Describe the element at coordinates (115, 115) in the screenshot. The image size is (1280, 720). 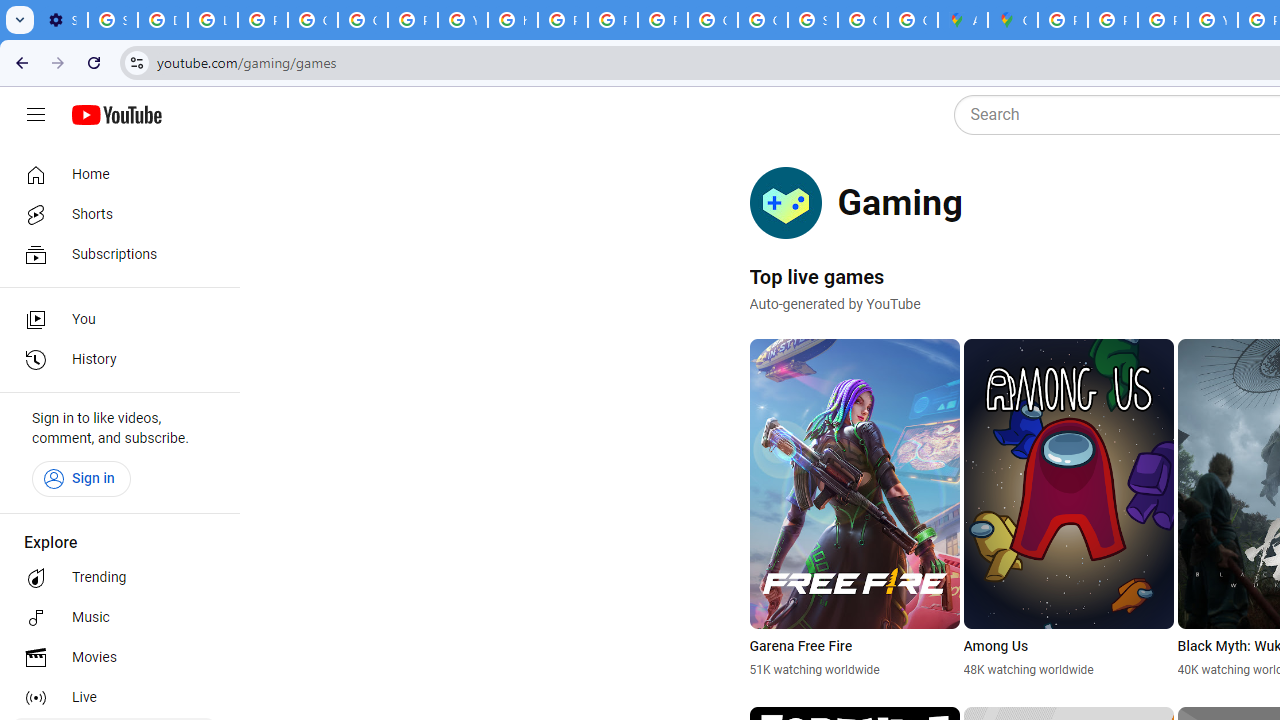
I see `'YouTube Home'` at that location.